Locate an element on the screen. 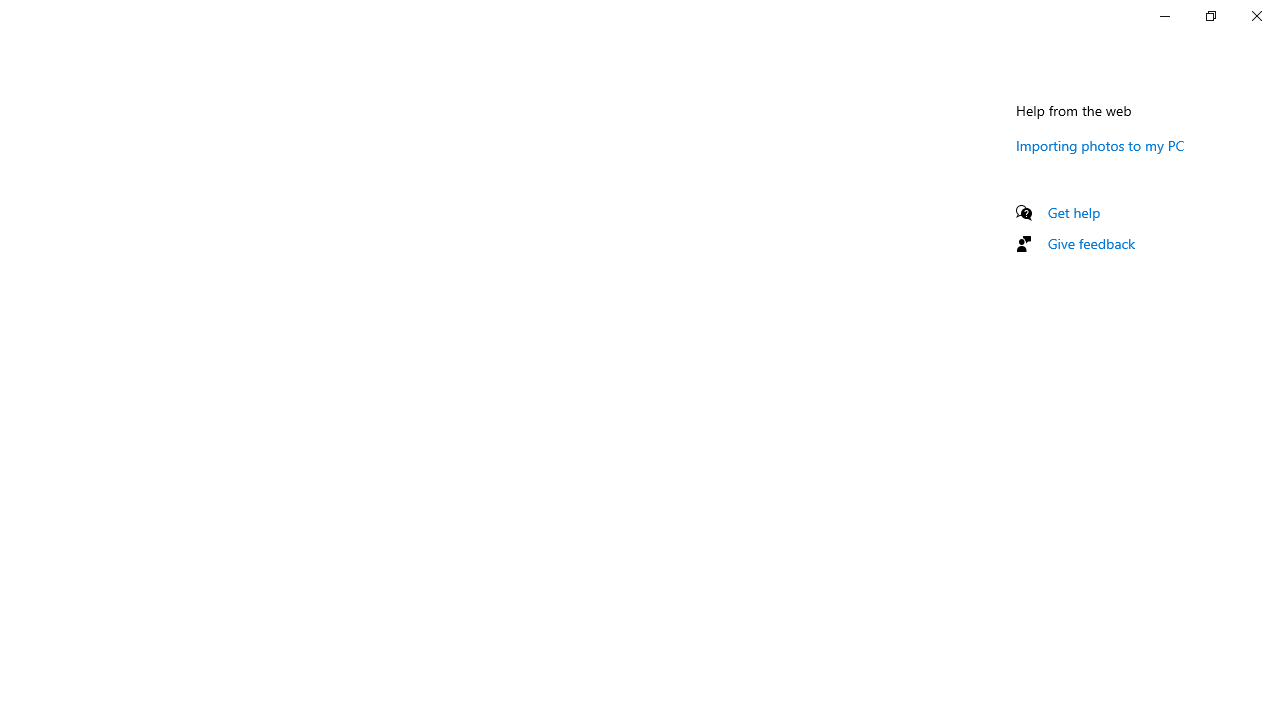  'Importing photos to my PC' is located at coordinates (1099, 144).